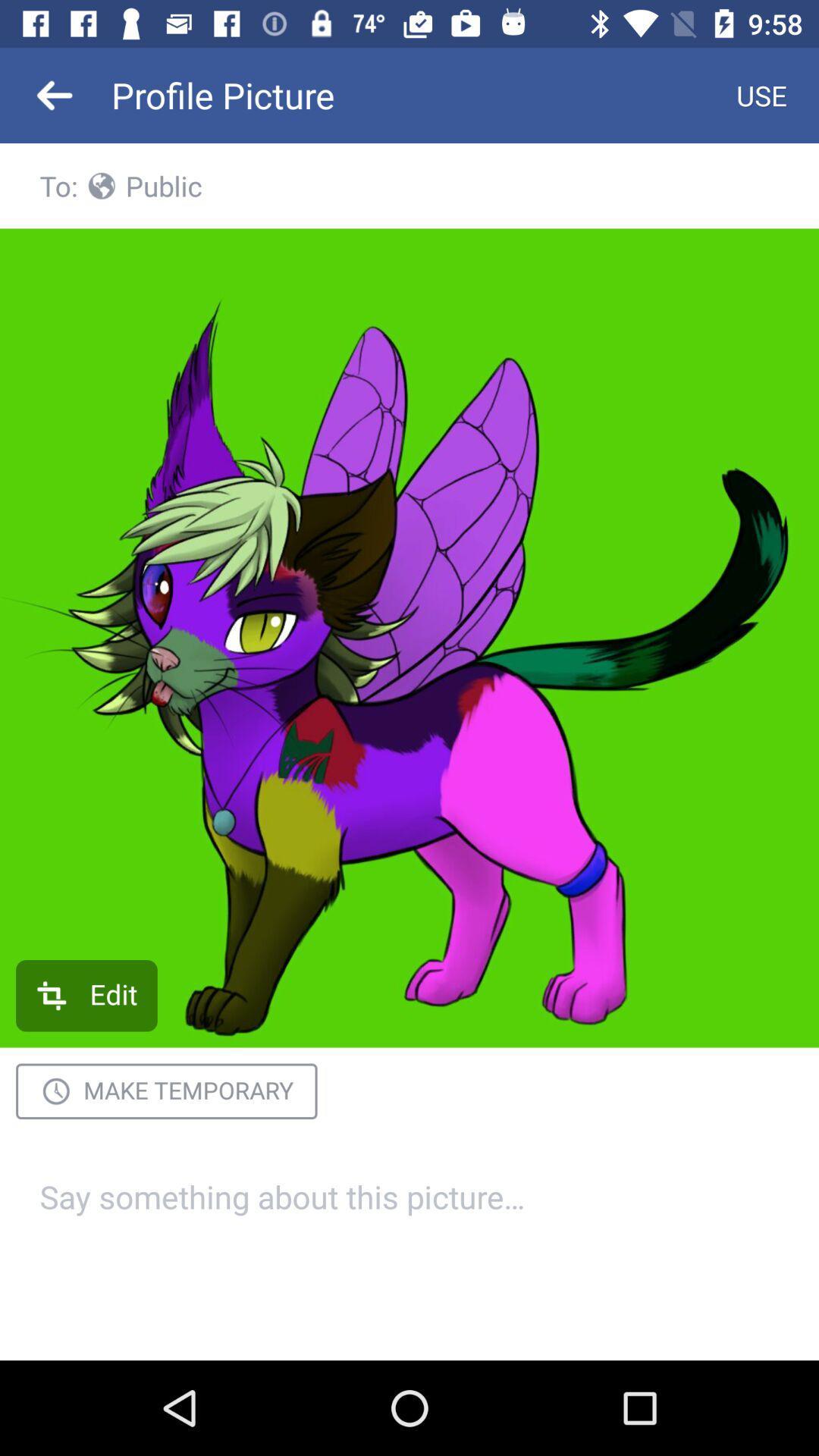 The width and height of the screenshot is (819, 1456). I want to click on the make temporary item, so click(166, 1090).